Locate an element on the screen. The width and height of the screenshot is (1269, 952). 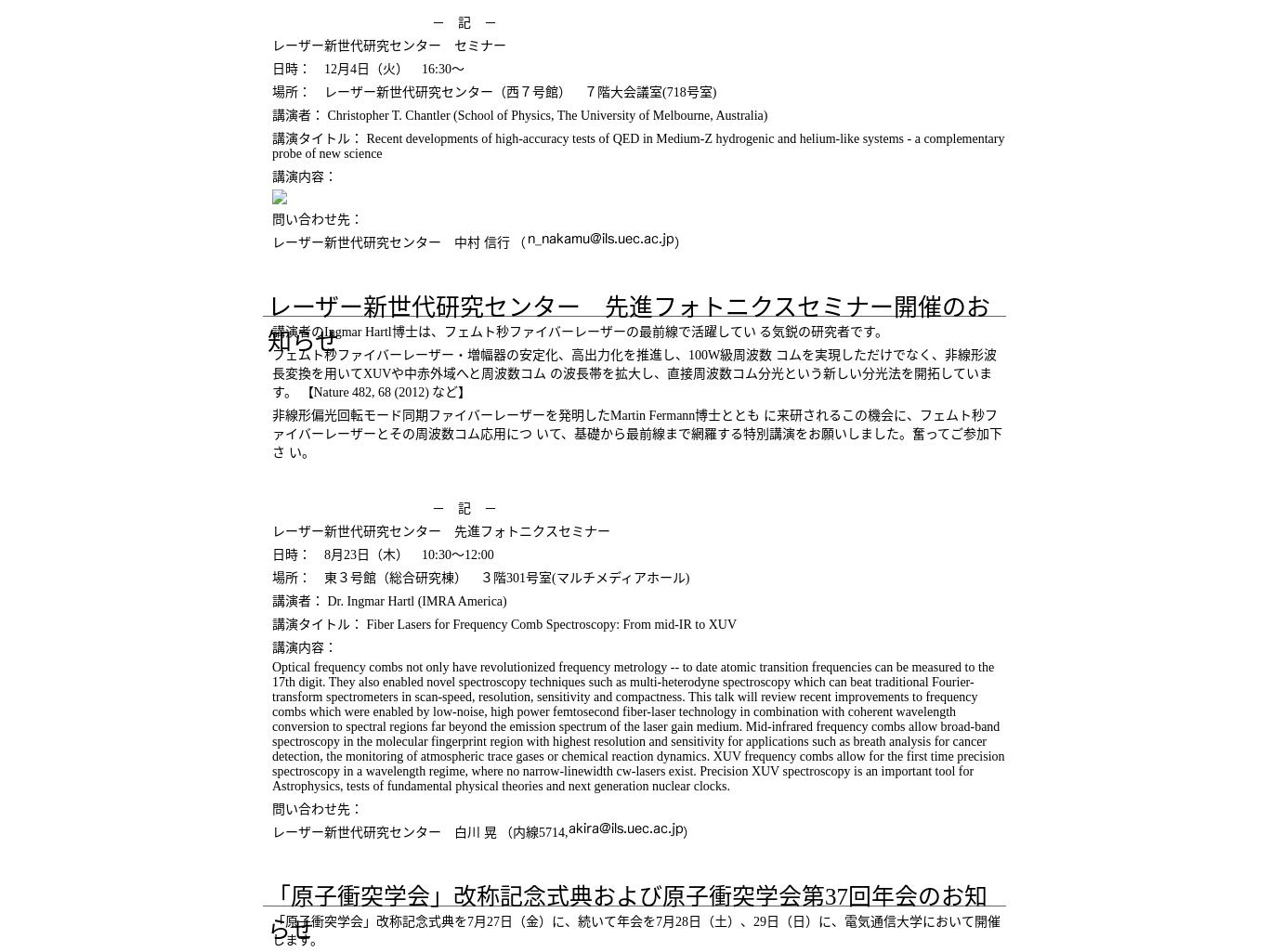
'日時：　12月4日（火）　16:30～' is located at coordinates (367, 68).